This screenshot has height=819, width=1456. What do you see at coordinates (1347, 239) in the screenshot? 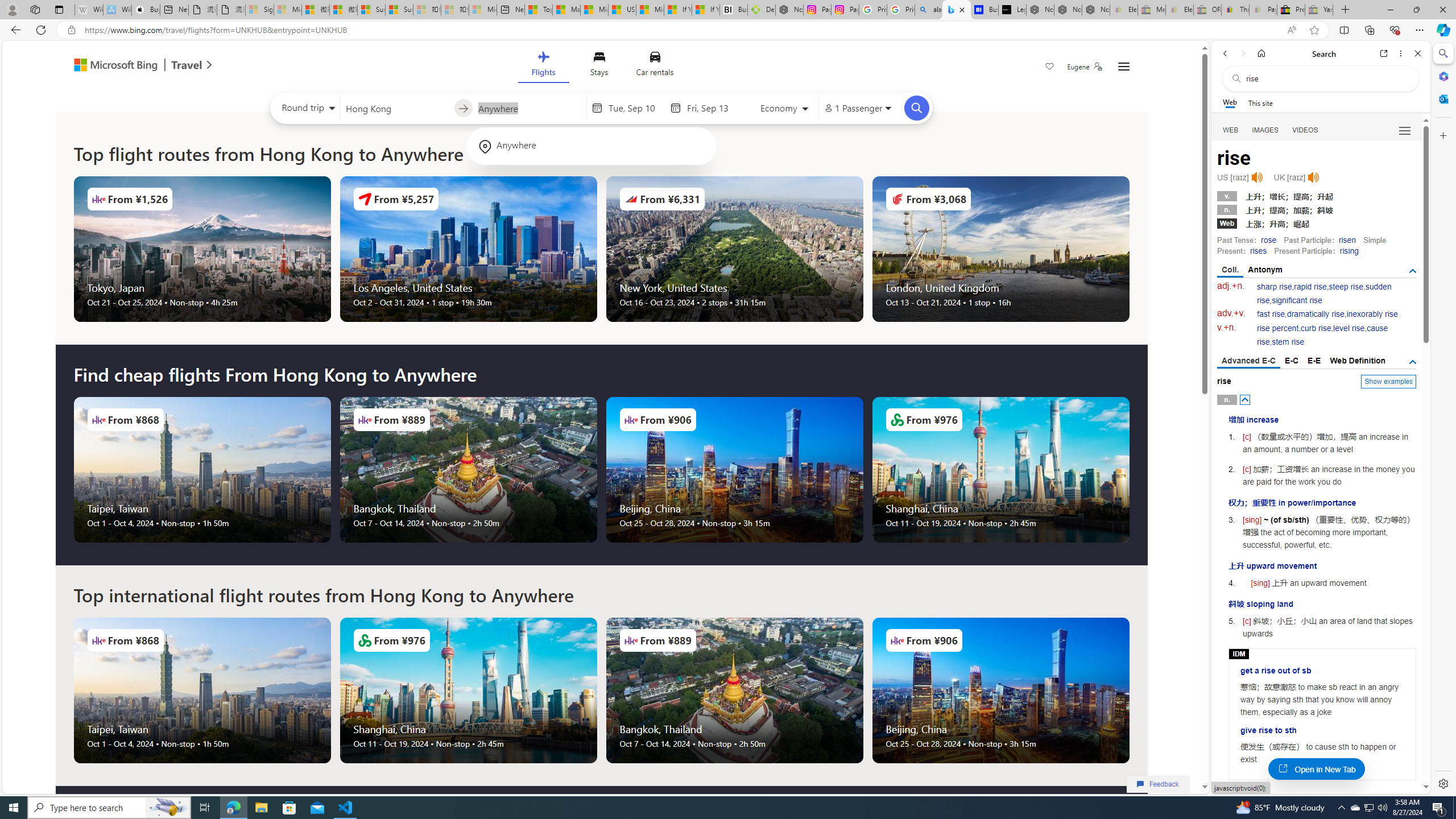
I see `'risen'` at bounding box center [1347, 239].